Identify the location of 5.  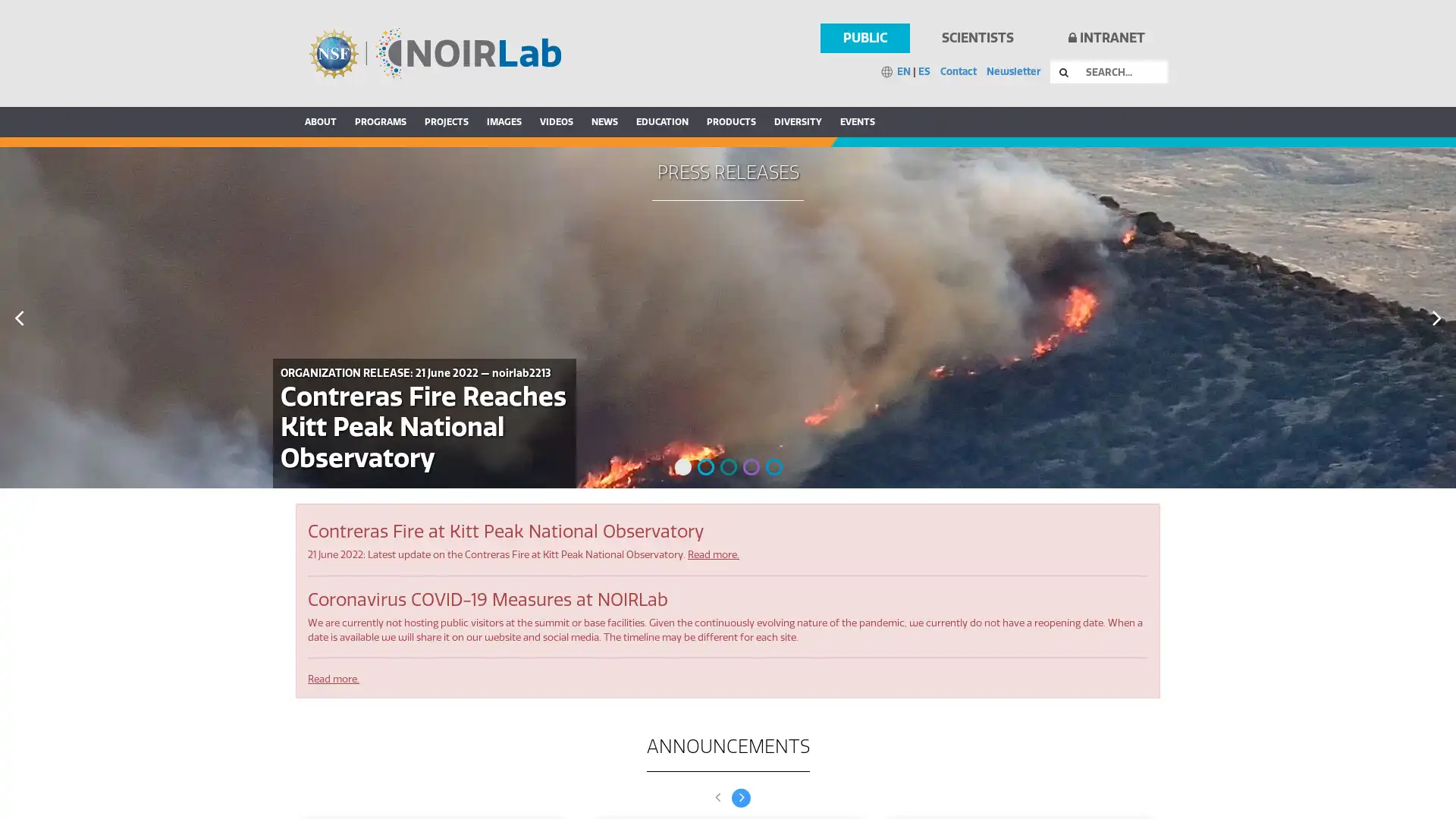
(774, 466).